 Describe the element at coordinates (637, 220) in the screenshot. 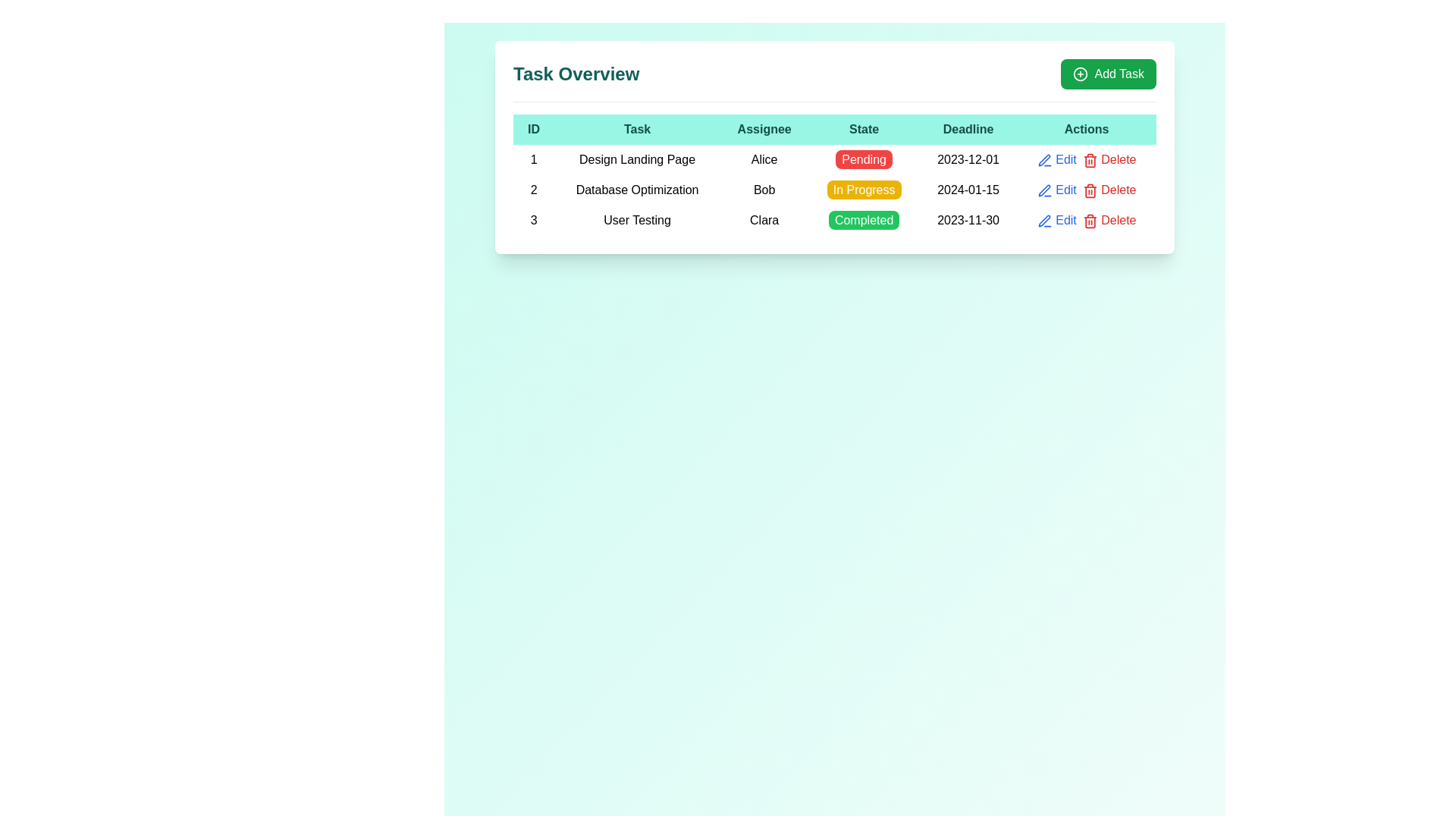

I see `the 'User Testing' text label, which is a bold font style element located in the third row of the table, in the 'Task' column, between 'ID' and 'Assignee'` at that location.